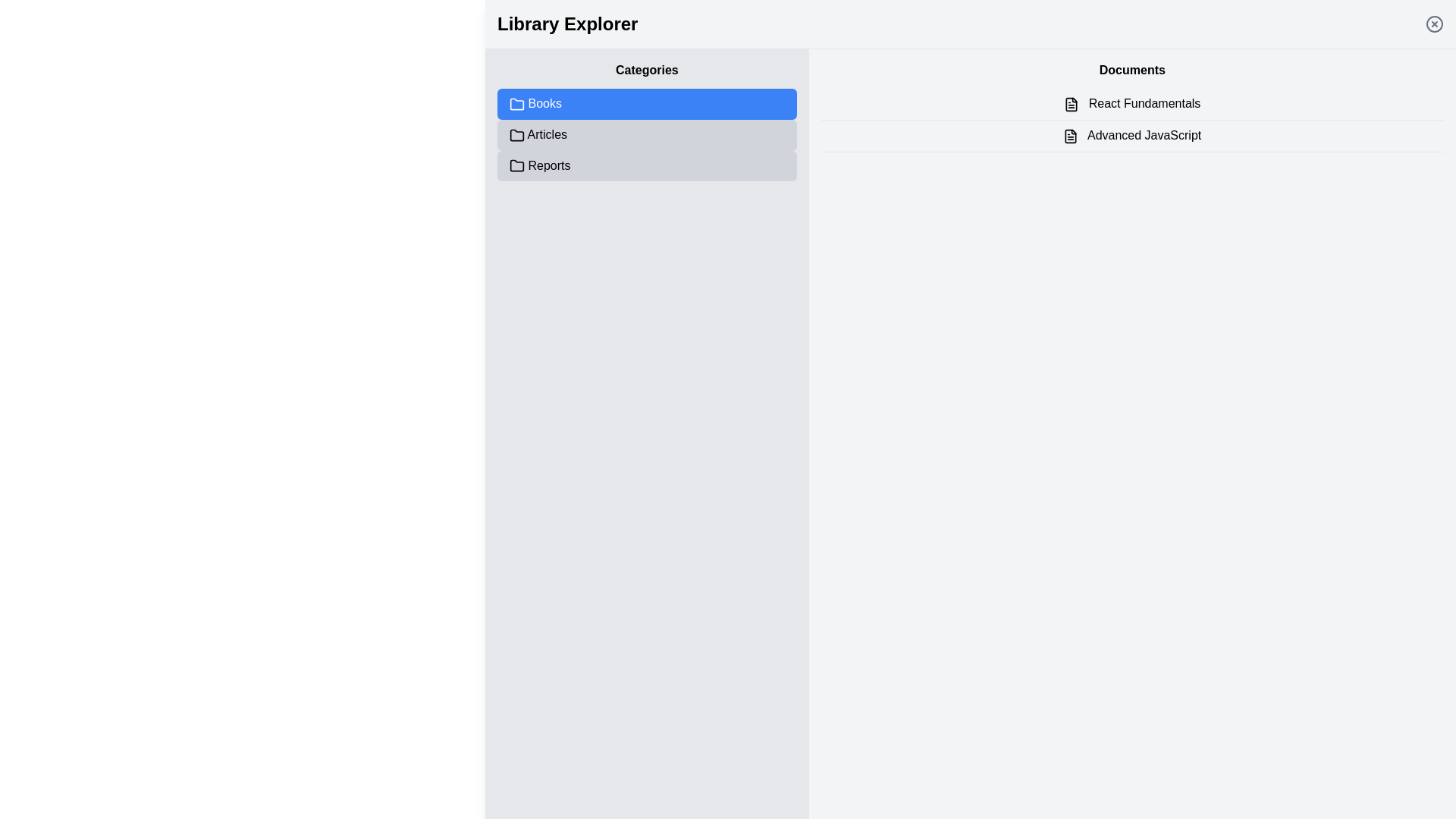  Describe the element at coordinates (647, 103) in the screenshot. I see `the 'Books' button` at that location.